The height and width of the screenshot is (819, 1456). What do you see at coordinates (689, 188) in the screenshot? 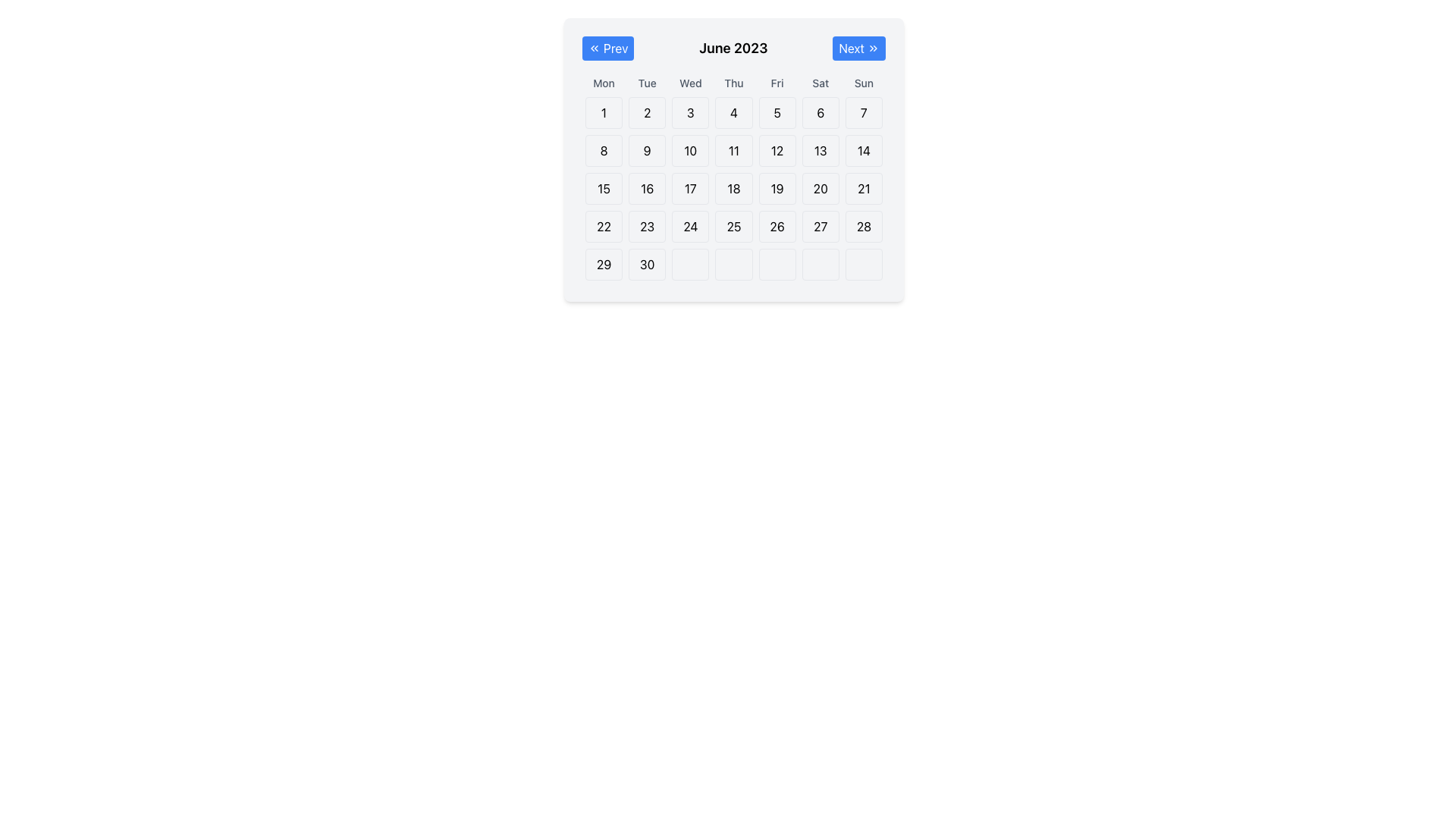
I see `the square button with rounded corners displaying the number '17'` at bounding box center [689, 188].